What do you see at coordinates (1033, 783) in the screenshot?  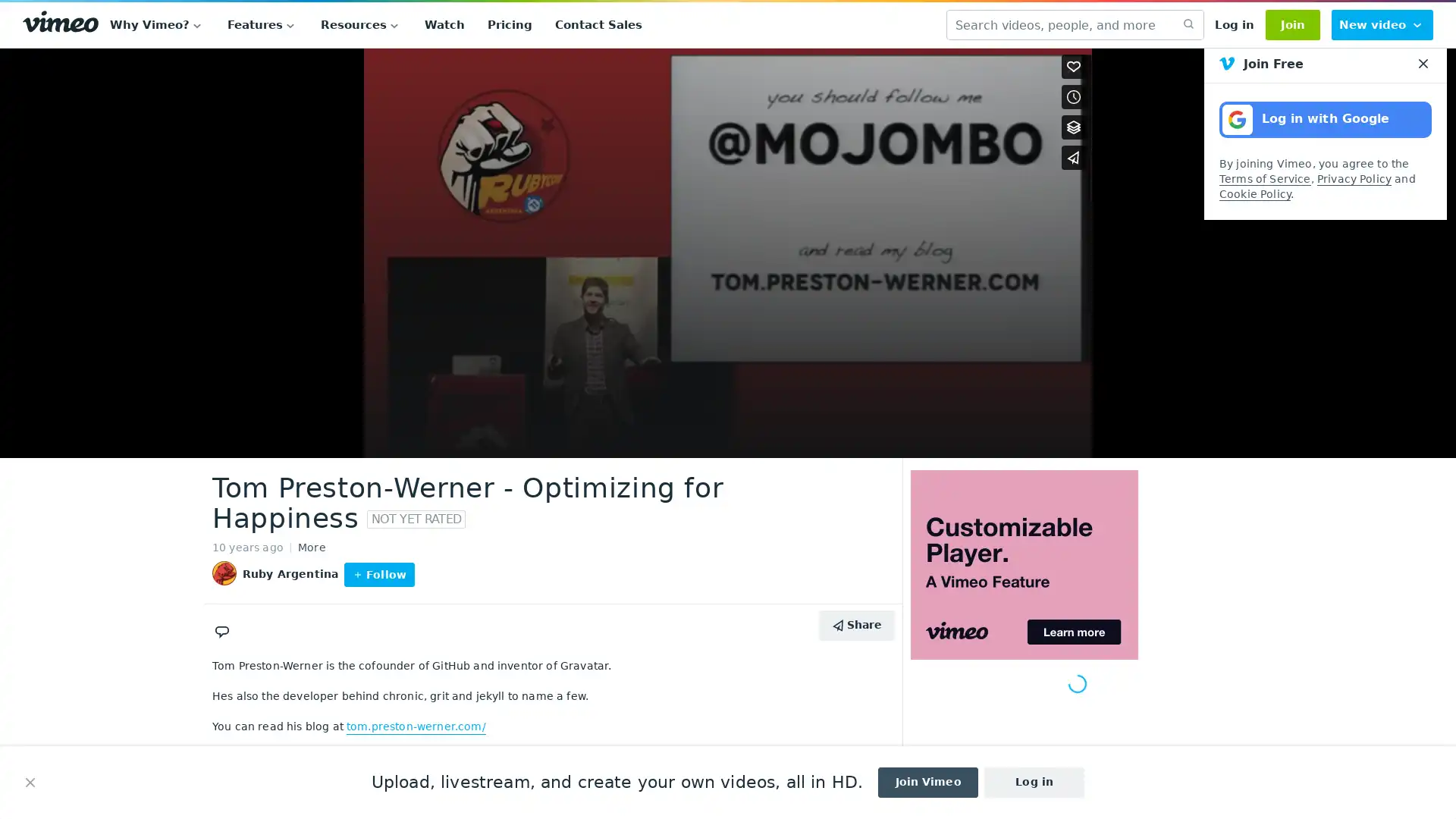 I see `Log in` at bounding box center [1033, 783].